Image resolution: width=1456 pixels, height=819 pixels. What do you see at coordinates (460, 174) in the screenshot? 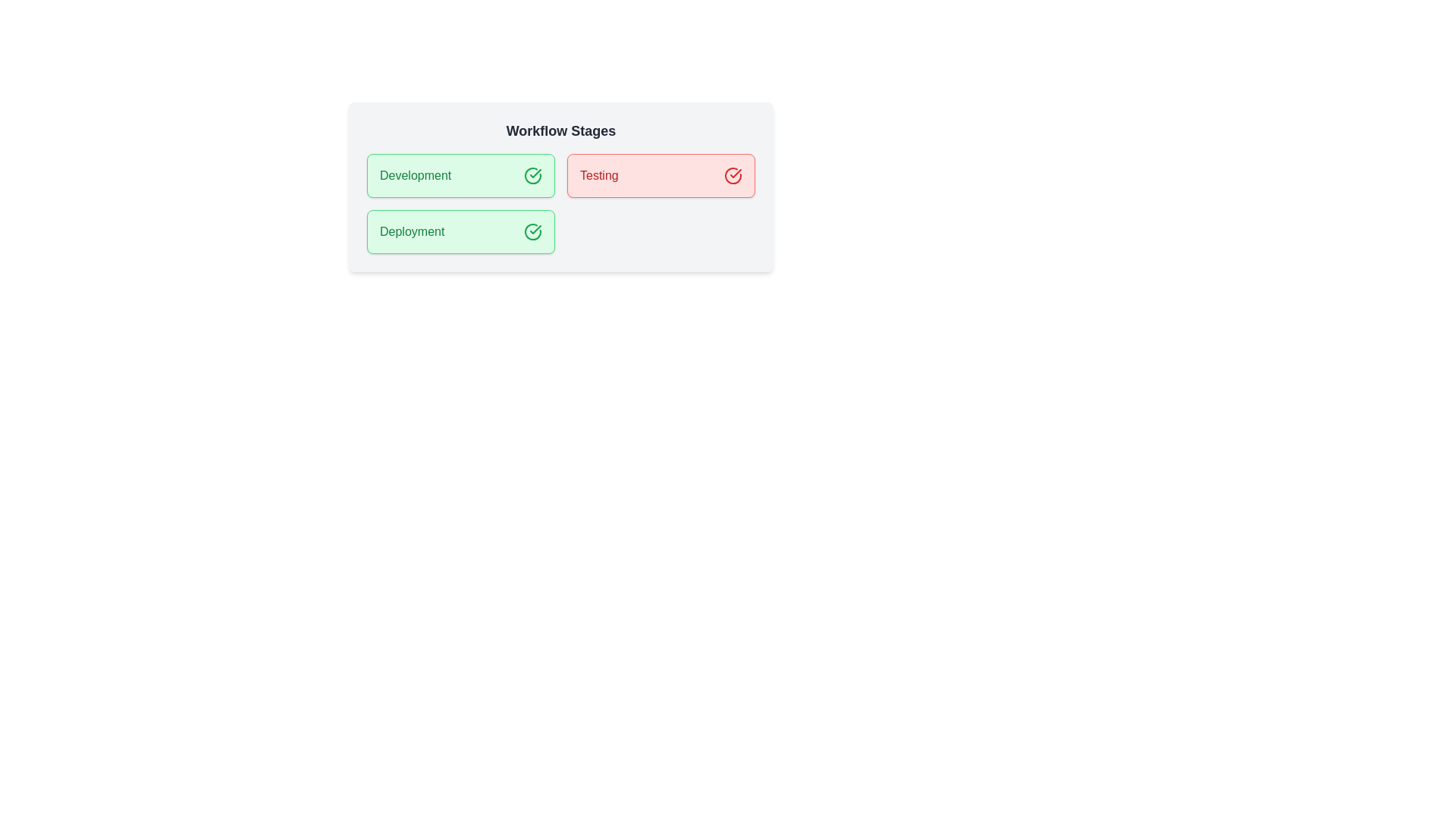
I see `the 'Development' stage card, which is the first card in the grid layout and indicates that this stage is completed or active with a green checkmark` at bounding box center [460, 174].